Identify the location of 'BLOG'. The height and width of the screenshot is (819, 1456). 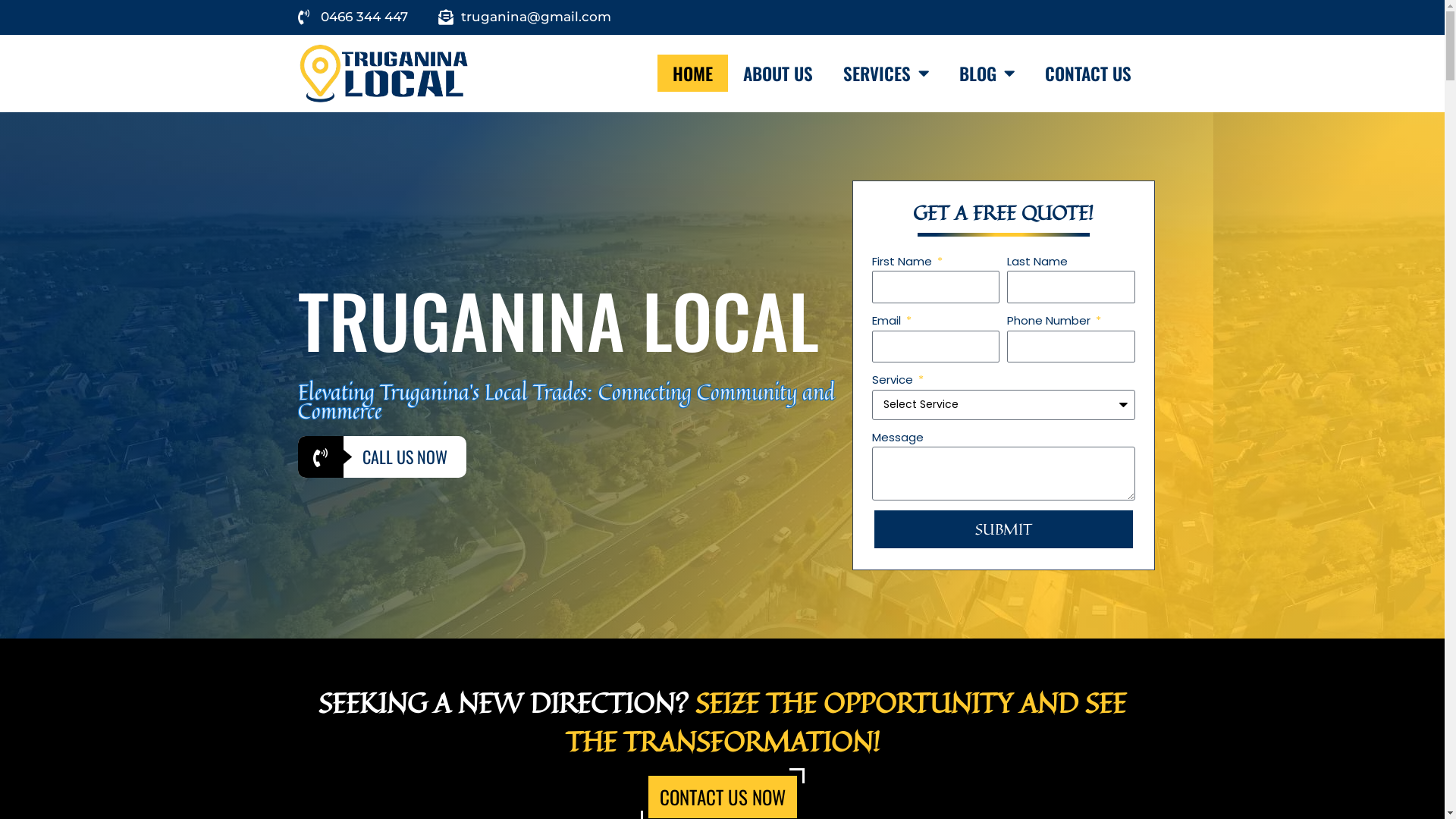
(987, 73).